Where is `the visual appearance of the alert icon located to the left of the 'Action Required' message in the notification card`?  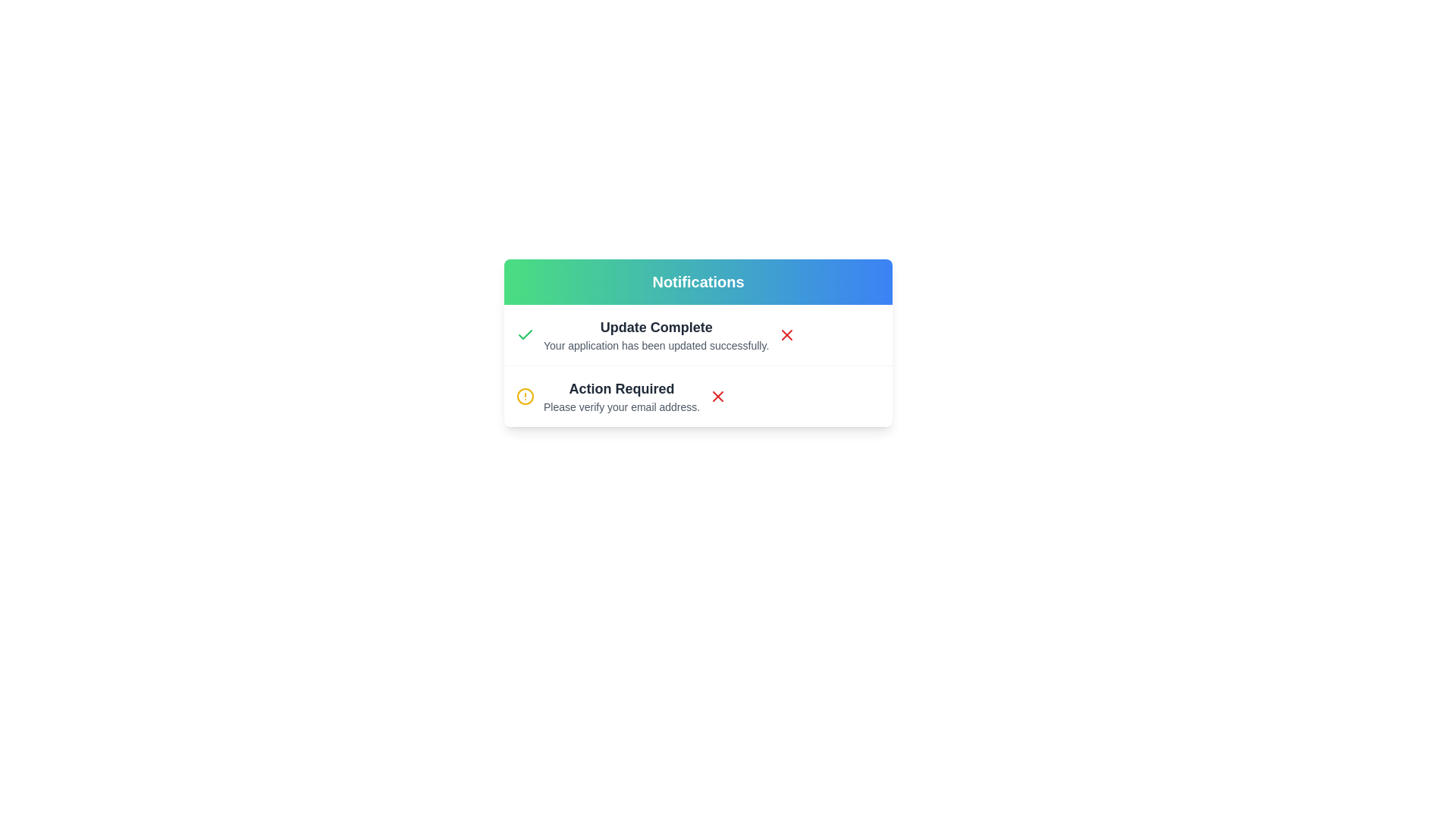 the visual appearance of the alert icon located to the left of the 'Action Required' message in the notification card is located at coordinates (525, 396).